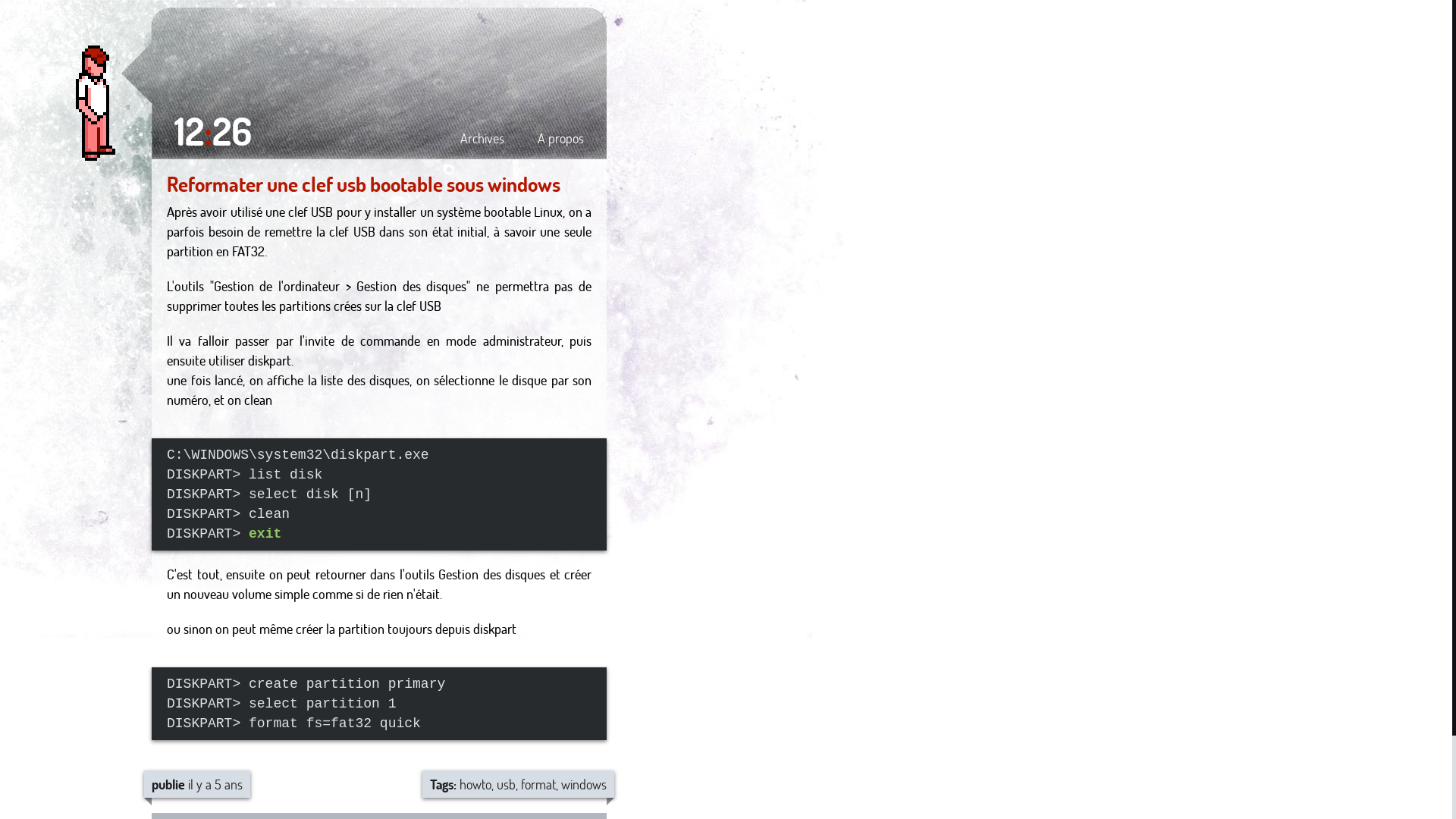  What do you see at coordinates (560, 137) in the screenshot?
I see `'A propos'` at bounding box center [560, 137].